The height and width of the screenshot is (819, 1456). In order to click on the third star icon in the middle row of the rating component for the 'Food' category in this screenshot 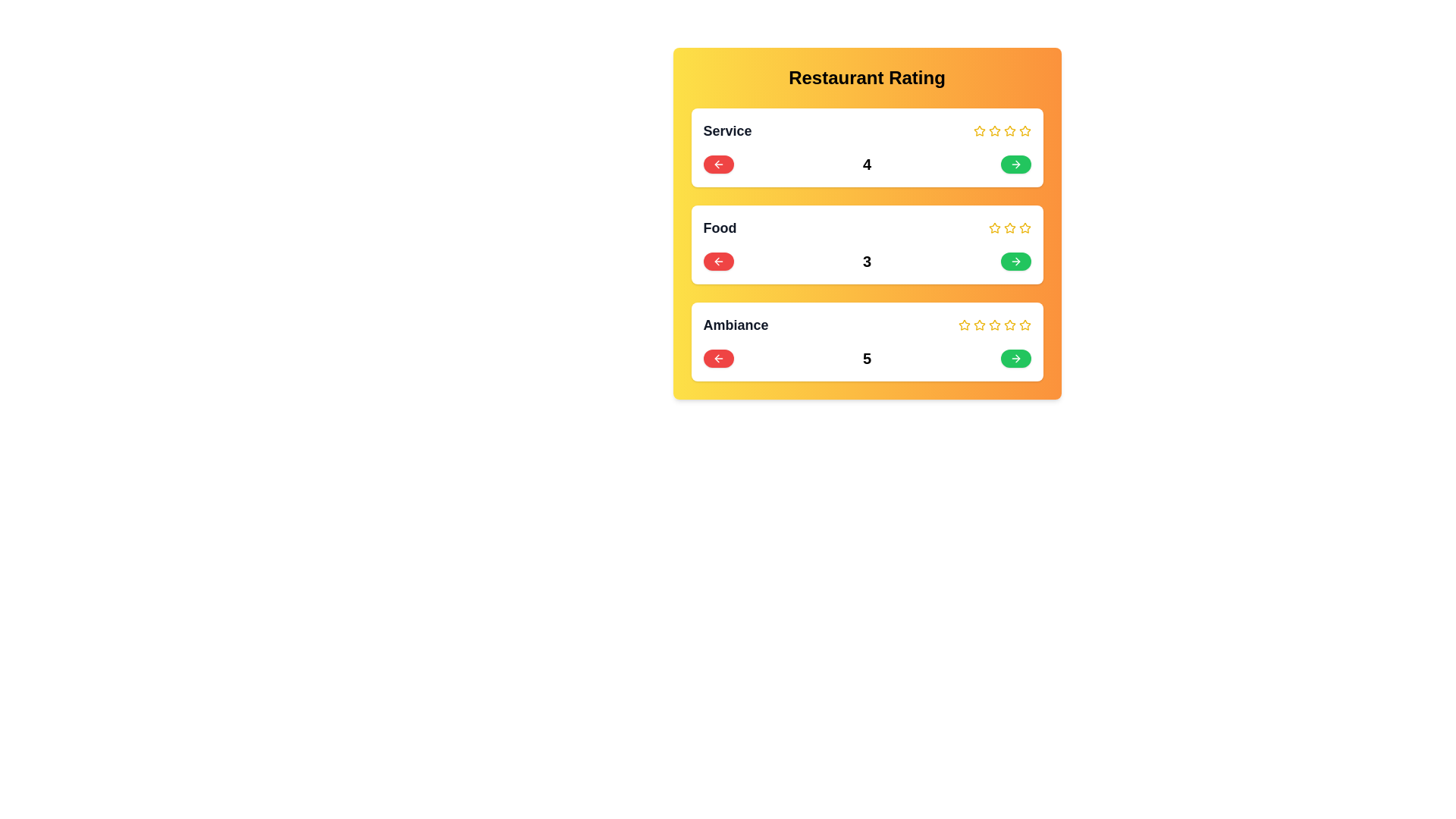, I will do `click(1025, 227)`.